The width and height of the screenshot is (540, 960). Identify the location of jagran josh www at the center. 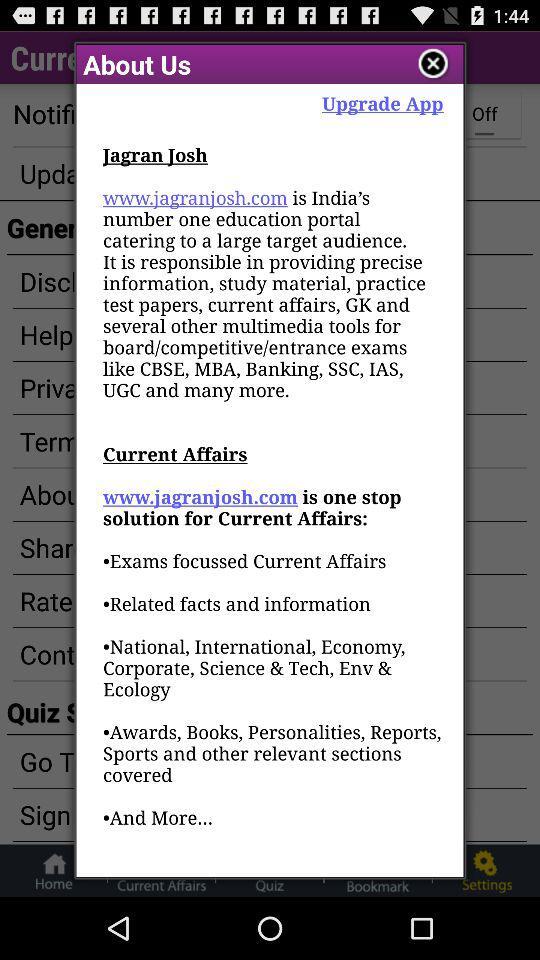
(272, 508).